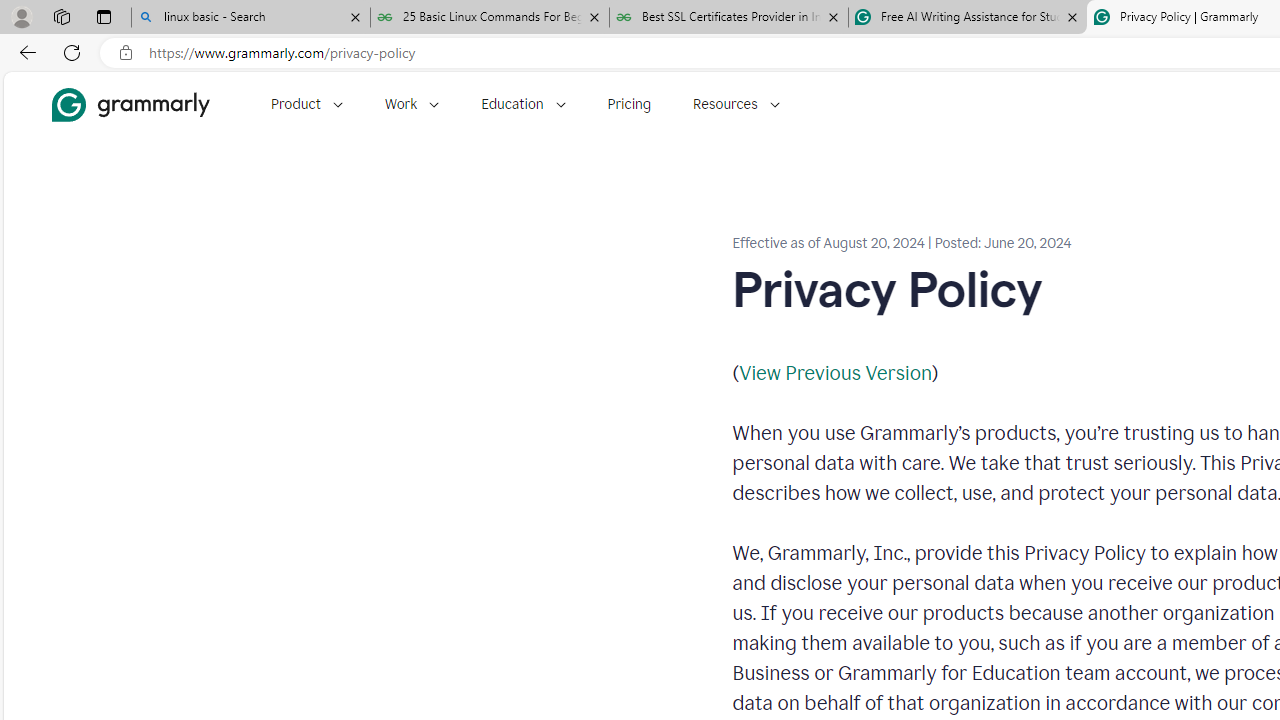  I want to click on 'View Previous Version', so click(835, 372).